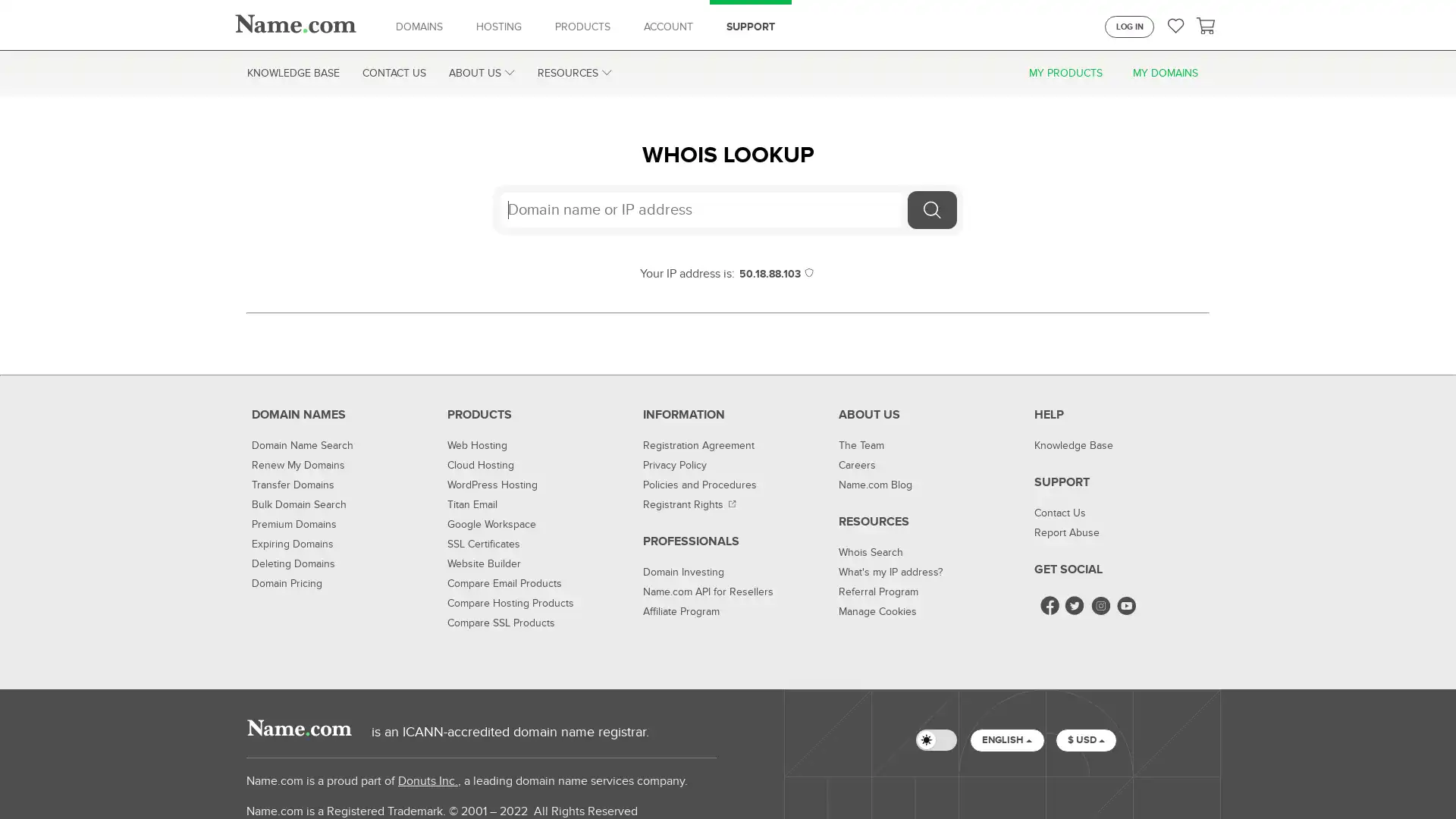 The image size is (1456, 819). I want to click on Search, so click(931, 210).